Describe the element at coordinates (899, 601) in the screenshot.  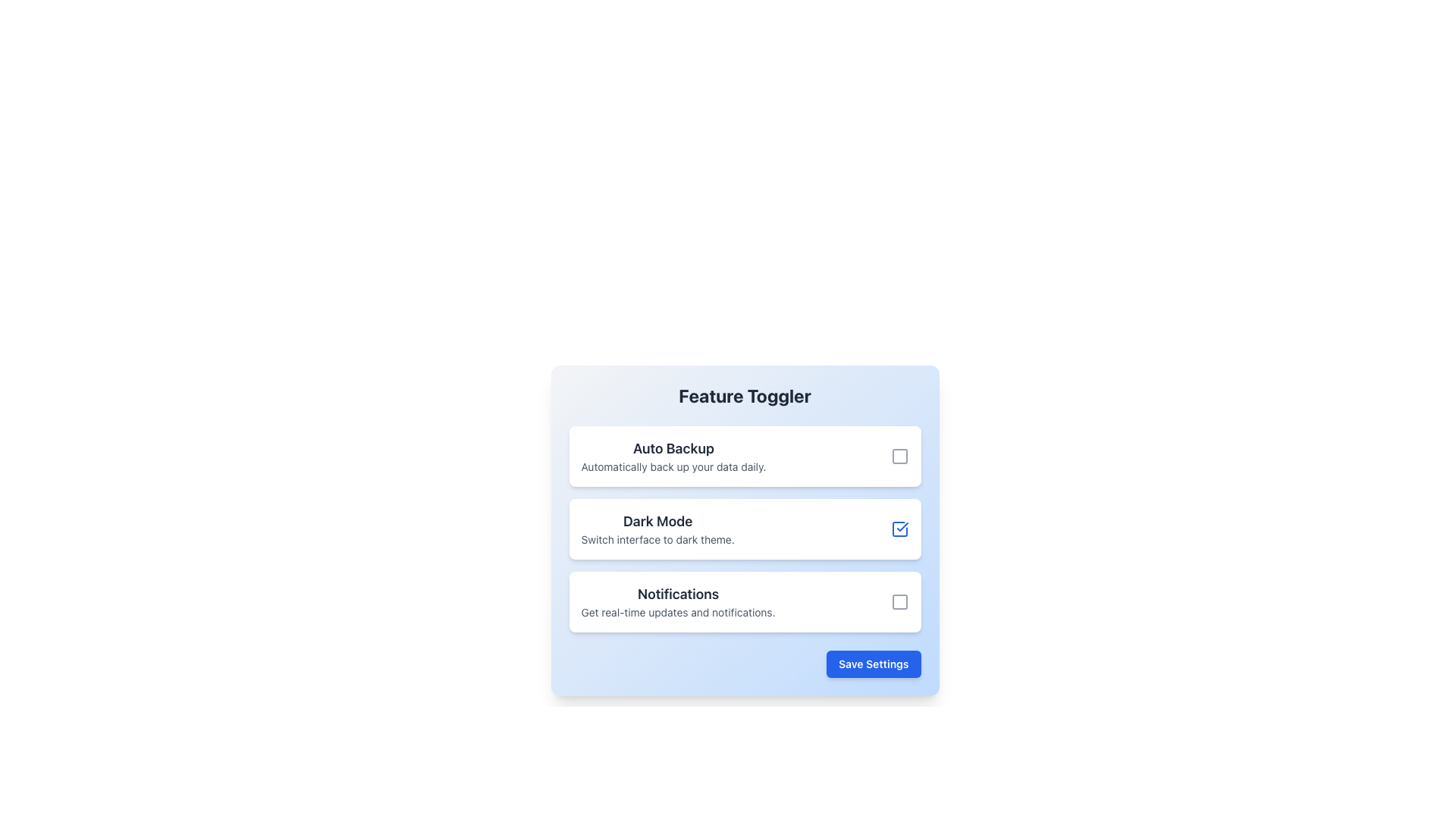
I see `the Notifications toggle icon` at that location.